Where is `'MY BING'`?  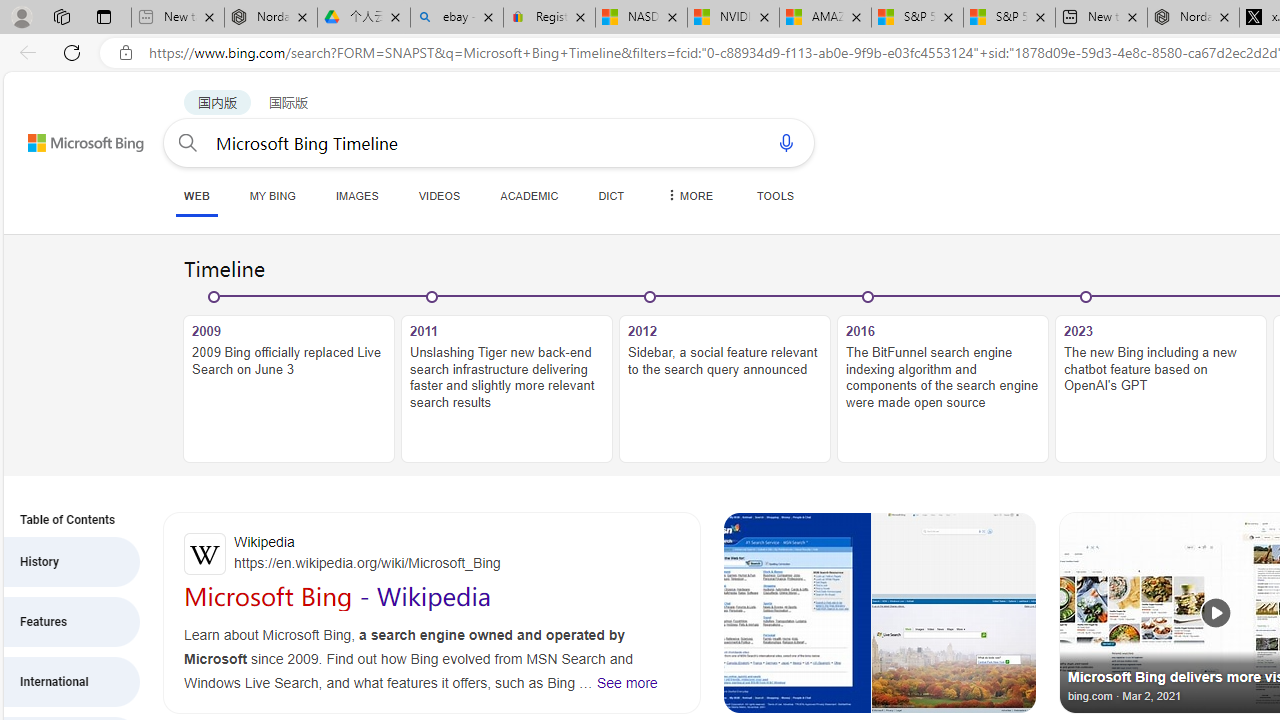
'MY BING' is located at coordinates (271, 195).